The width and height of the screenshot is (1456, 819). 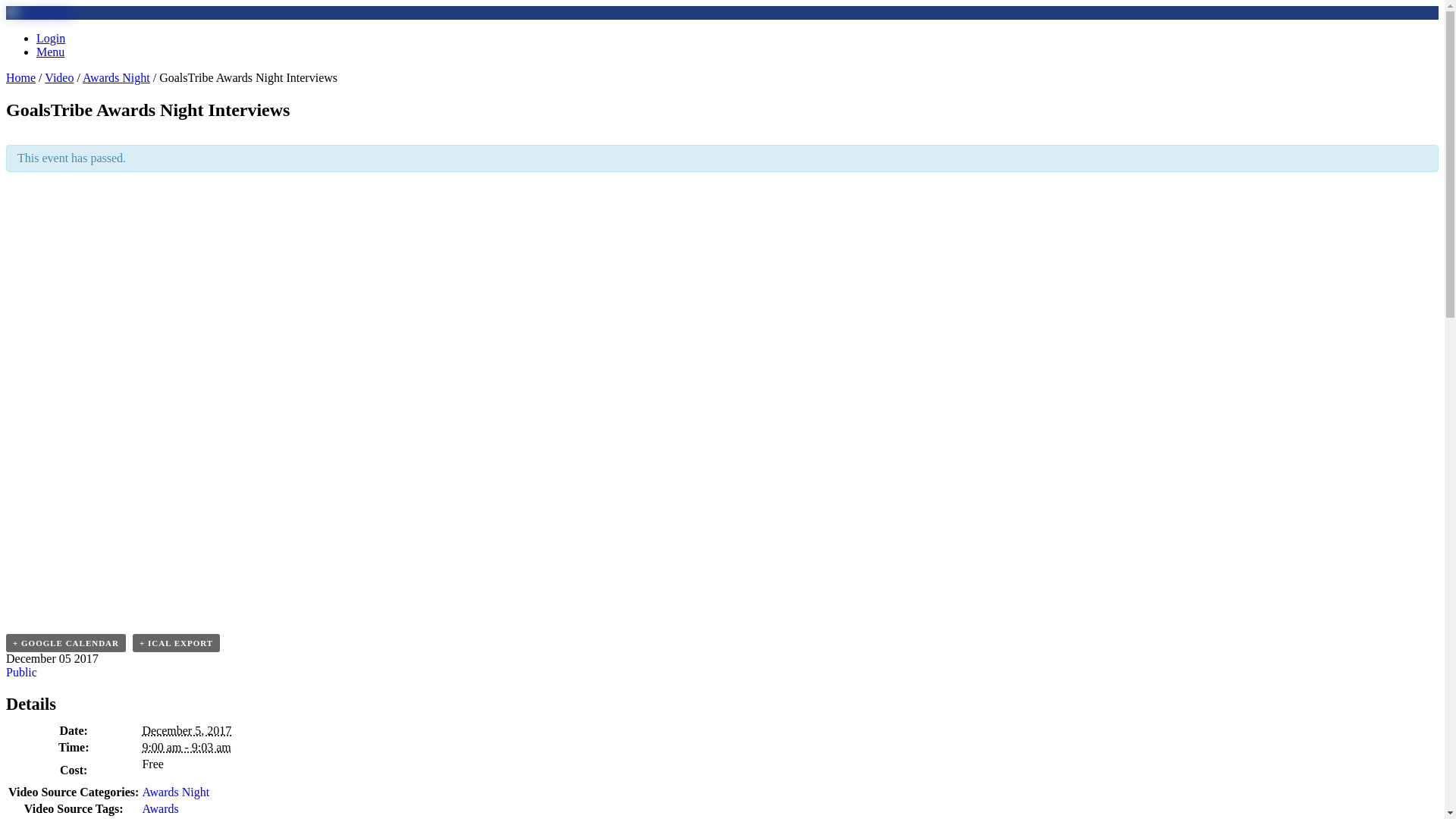 What do you see at coordinates (21, 671) in the screenshot?
I see `'Public'` at bounding box center [21, 671].